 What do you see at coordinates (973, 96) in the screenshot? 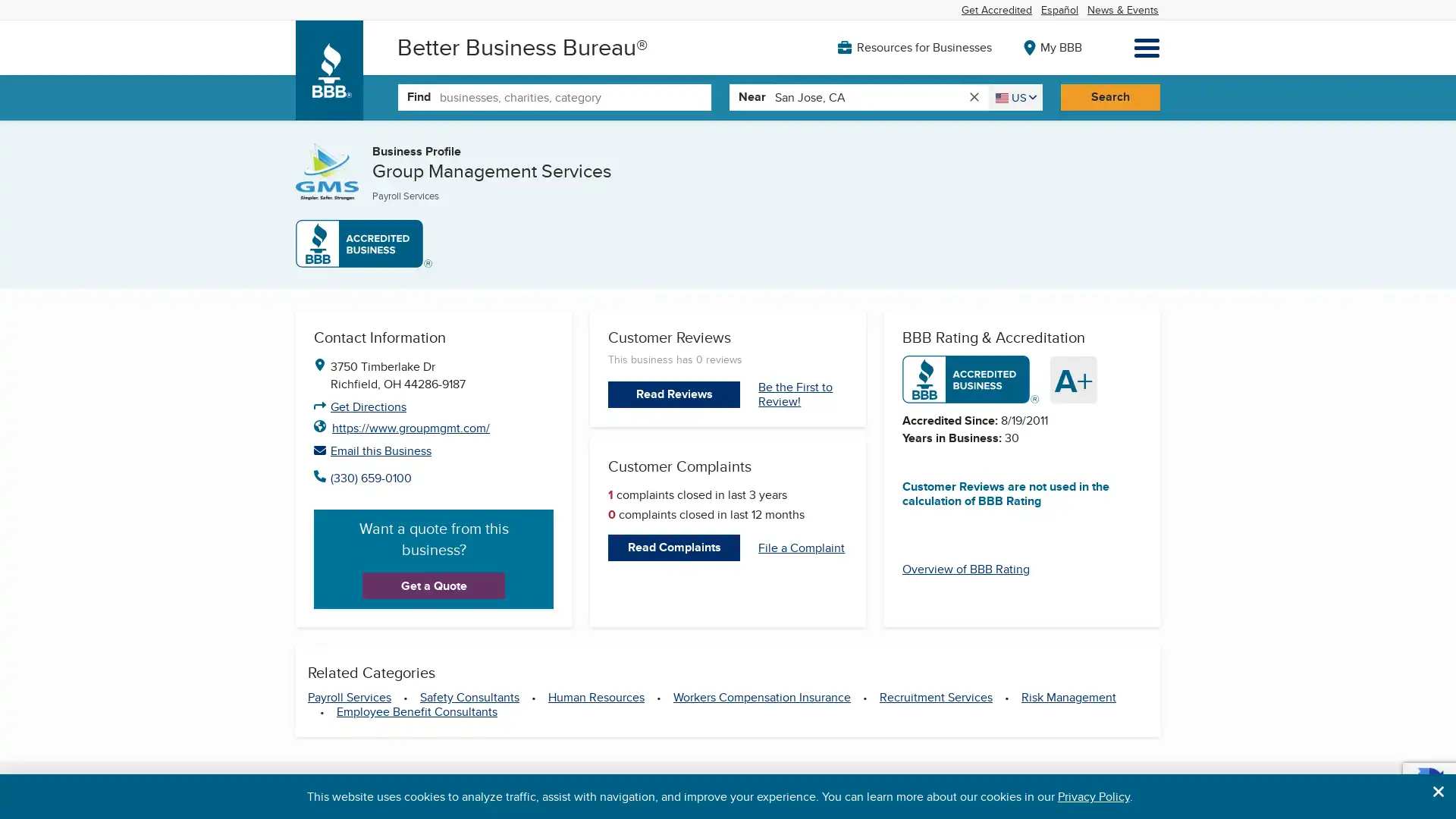
I see `clear search` at bounding box center [973, 96].